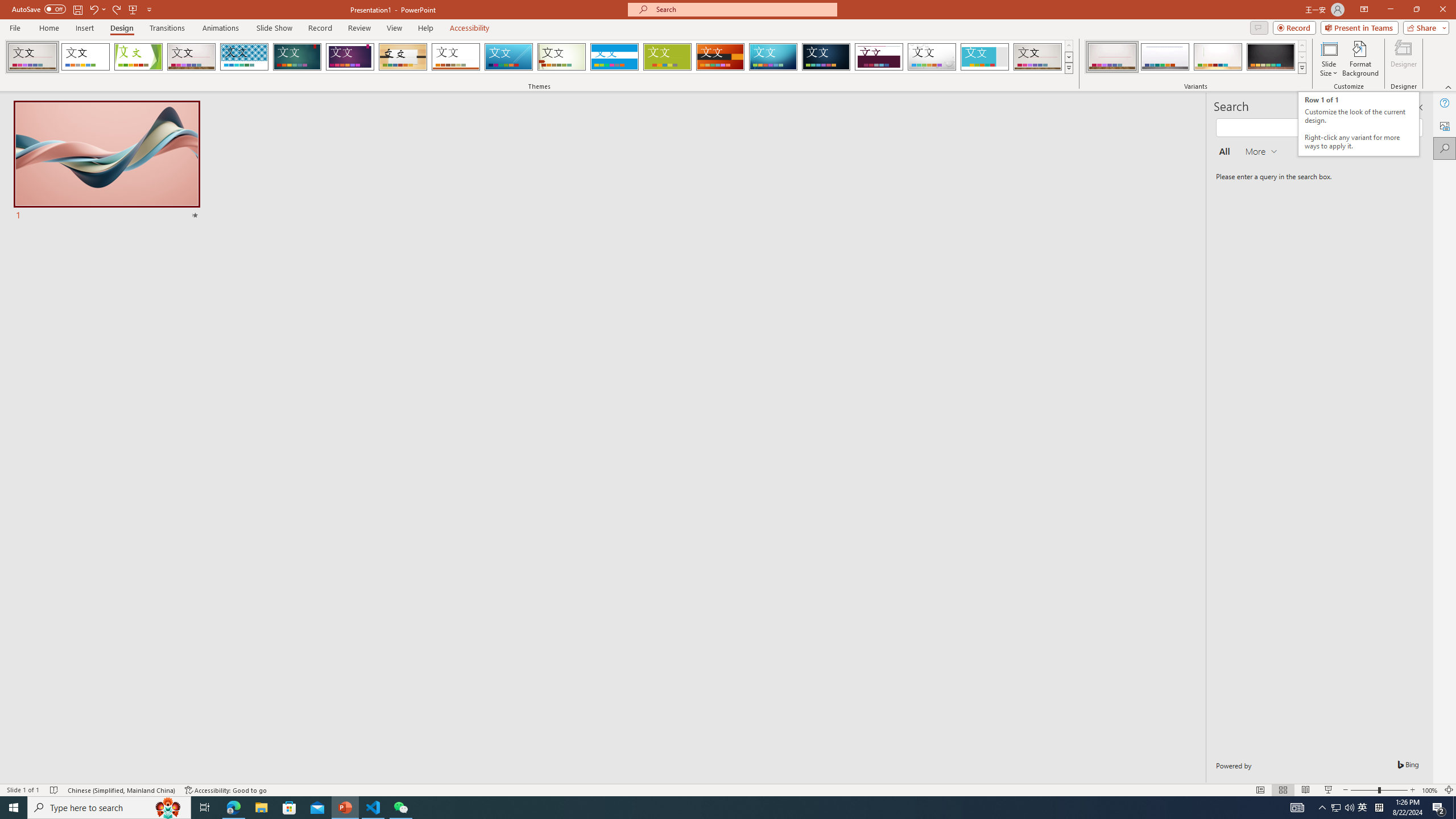 Image resolution: width=1456 pixels, height=819 pixels. I want to click on 'Circuit', so click(772, 56).